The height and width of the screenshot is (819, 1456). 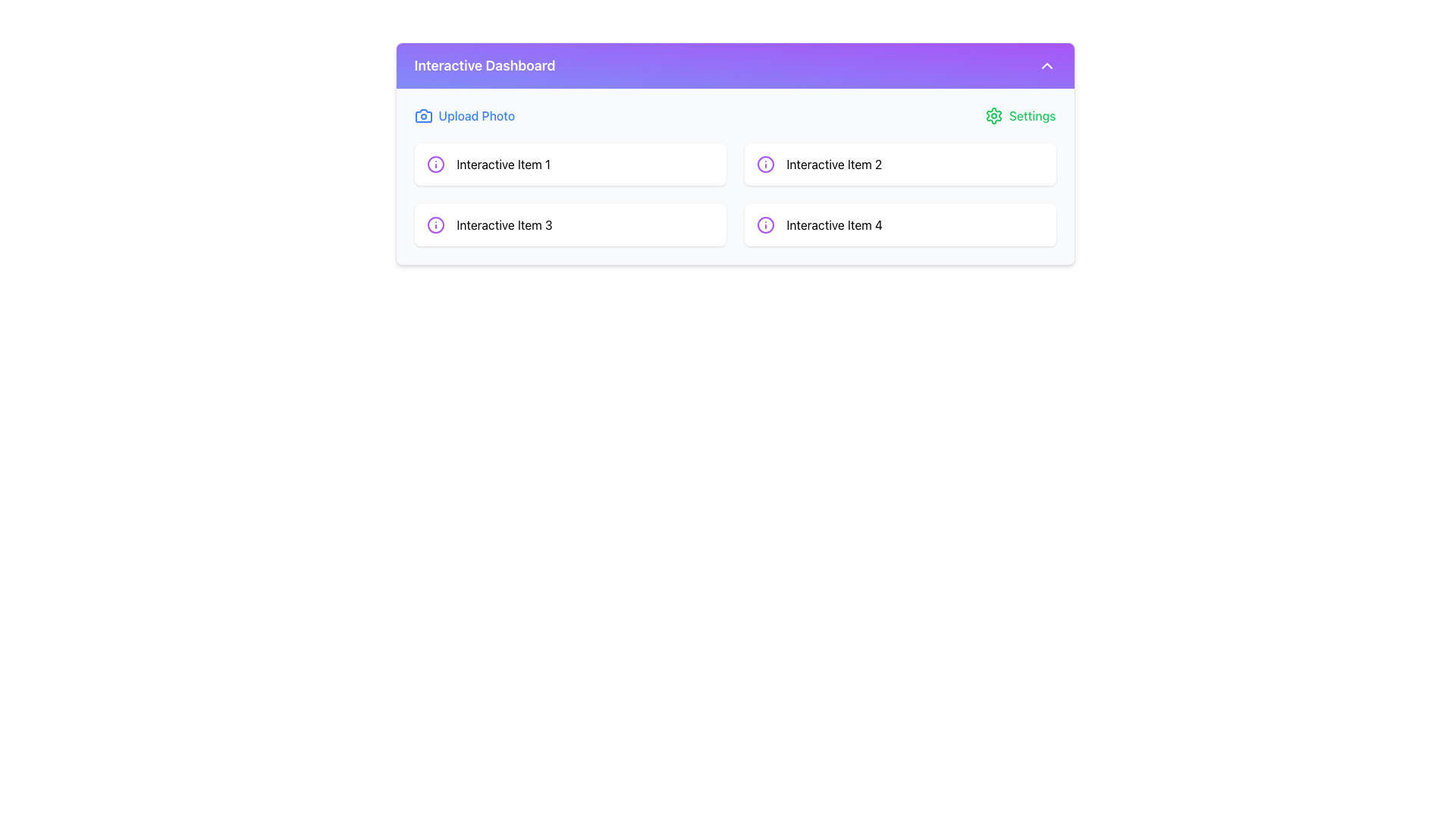 What do you see at coordinates (504, 225) in the screenshot?
I see `to select the item related to the text label displaying 'Interactive Item 3' located in the third row of the grid layout` at bounding box center [504, 225].